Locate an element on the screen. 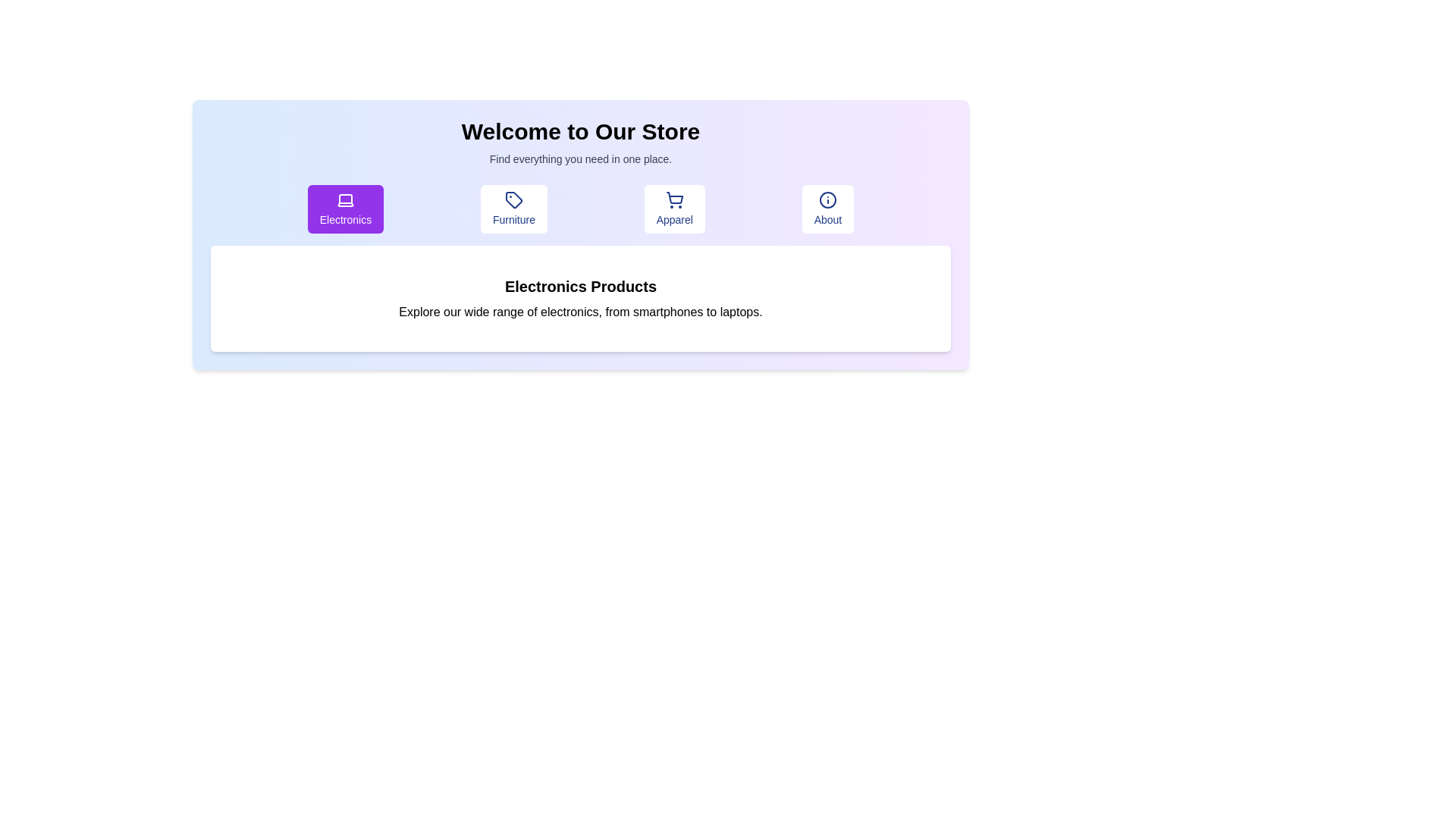 Image resolution: width=1456 pixels, height=819 pixels. text label that displays 'Find everything you need in one place.' It is styled in gray and positioned below the bold title 'Welcome to Our Store.' is located at coordinates (580, 158).